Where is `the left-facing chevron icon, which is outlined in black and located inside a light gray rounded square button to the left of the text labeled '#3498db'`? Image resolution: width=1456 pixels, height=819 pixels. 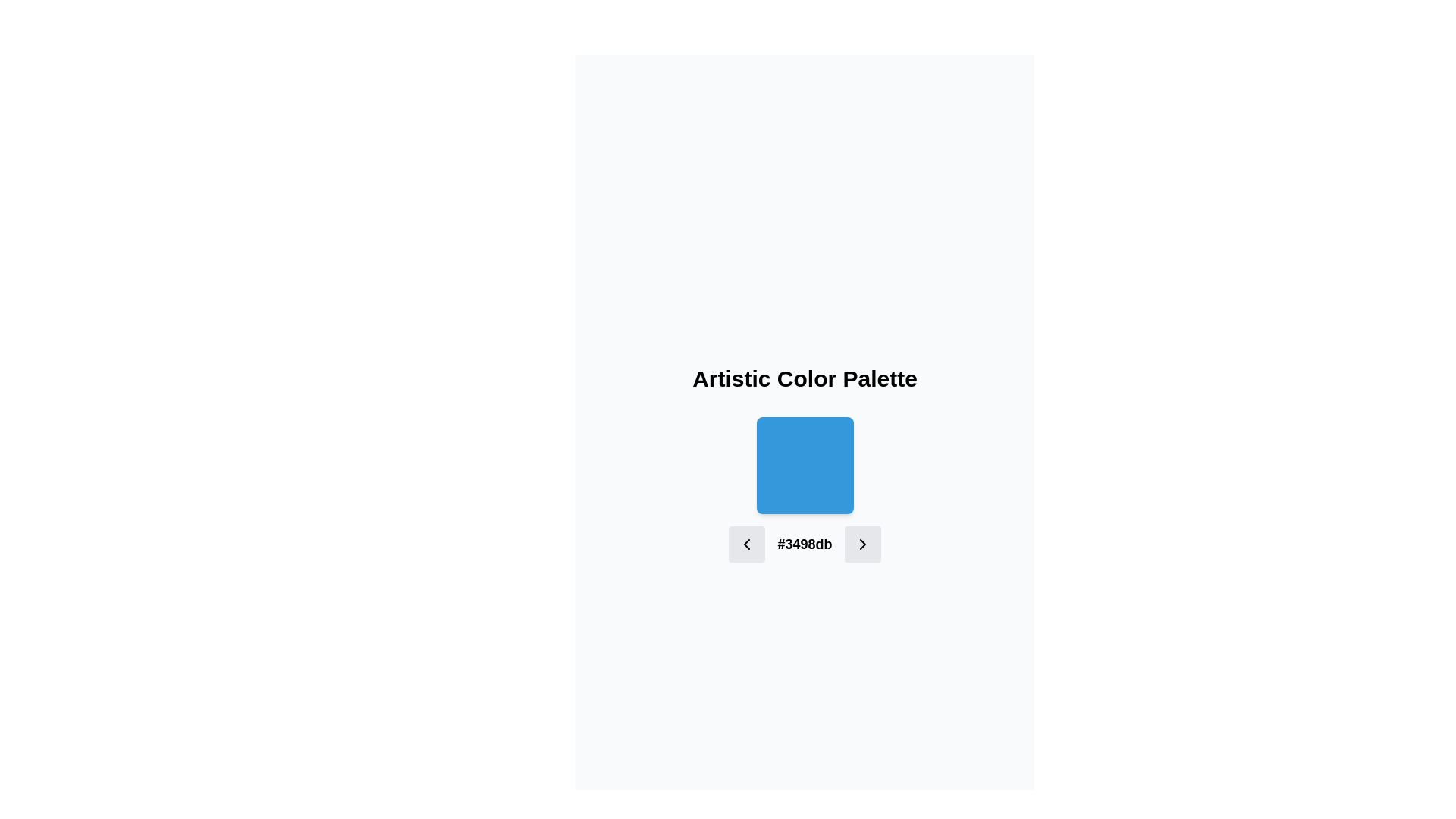
the left-facing chevron icon, which is outlined in black and located inside a light gray rounded square button to the left of the text labeled '#3498db' is located at coordinates (747, 543).